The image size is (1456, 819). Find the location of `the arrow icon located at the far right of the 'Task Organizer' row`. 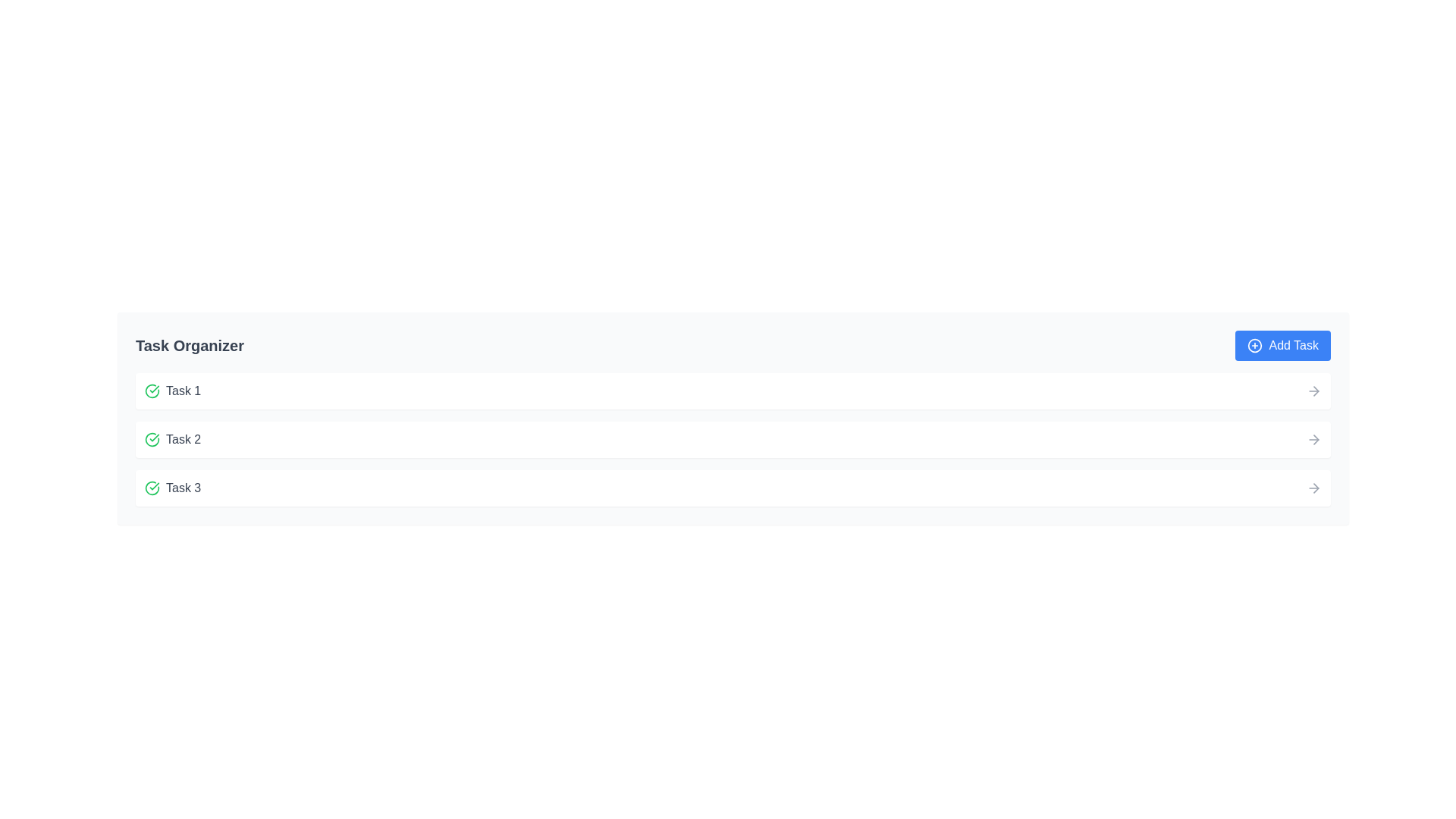

the arrow icon located at the far right of the 'Task Organizer' row is located at coordinates (1315, 488).